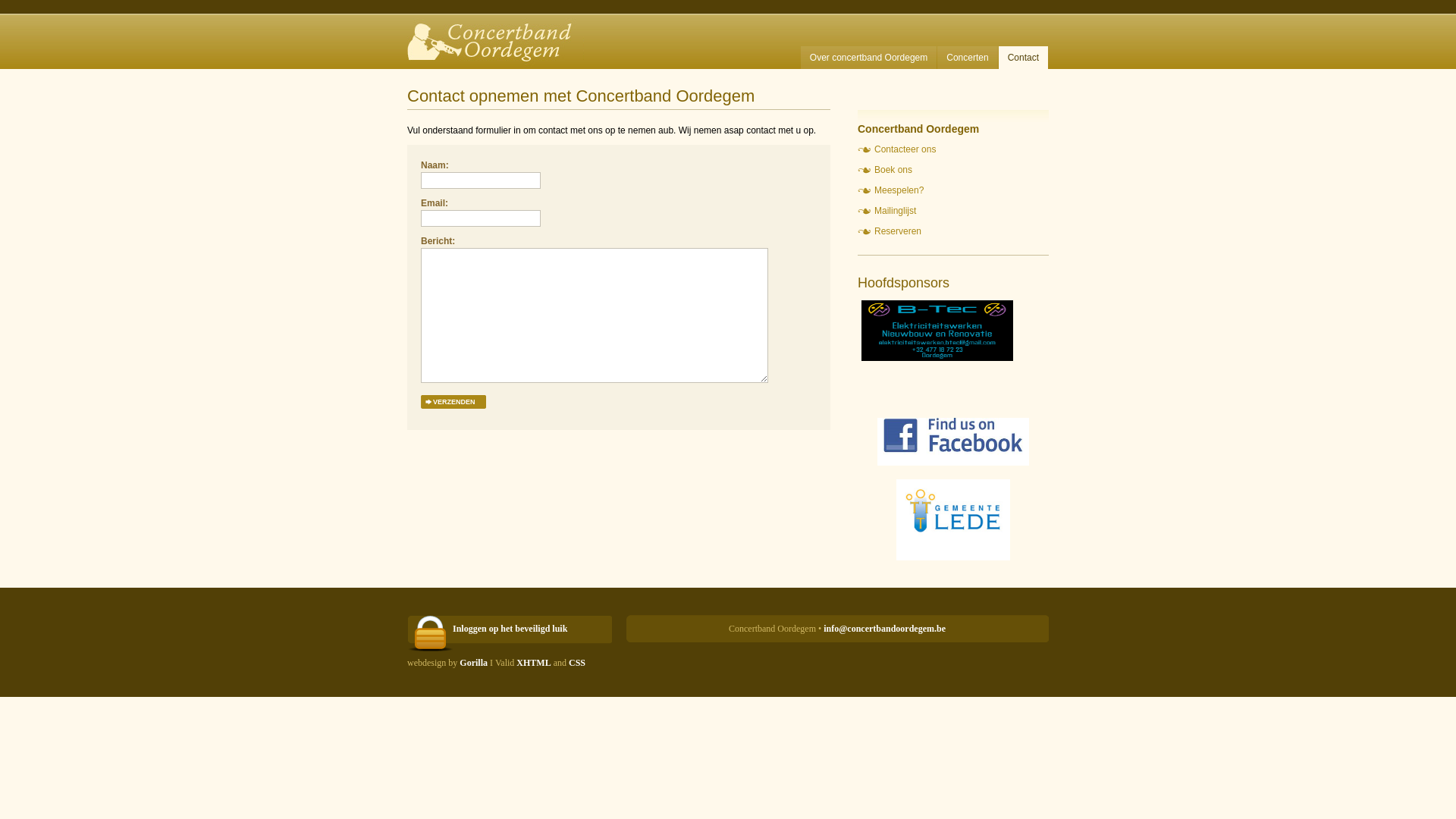 Image resolution: width=1456 pixels, height=819 pixels. Describe the element at coordinates (533, 662) in the screenshot. I see `'XHTML'` at that location.